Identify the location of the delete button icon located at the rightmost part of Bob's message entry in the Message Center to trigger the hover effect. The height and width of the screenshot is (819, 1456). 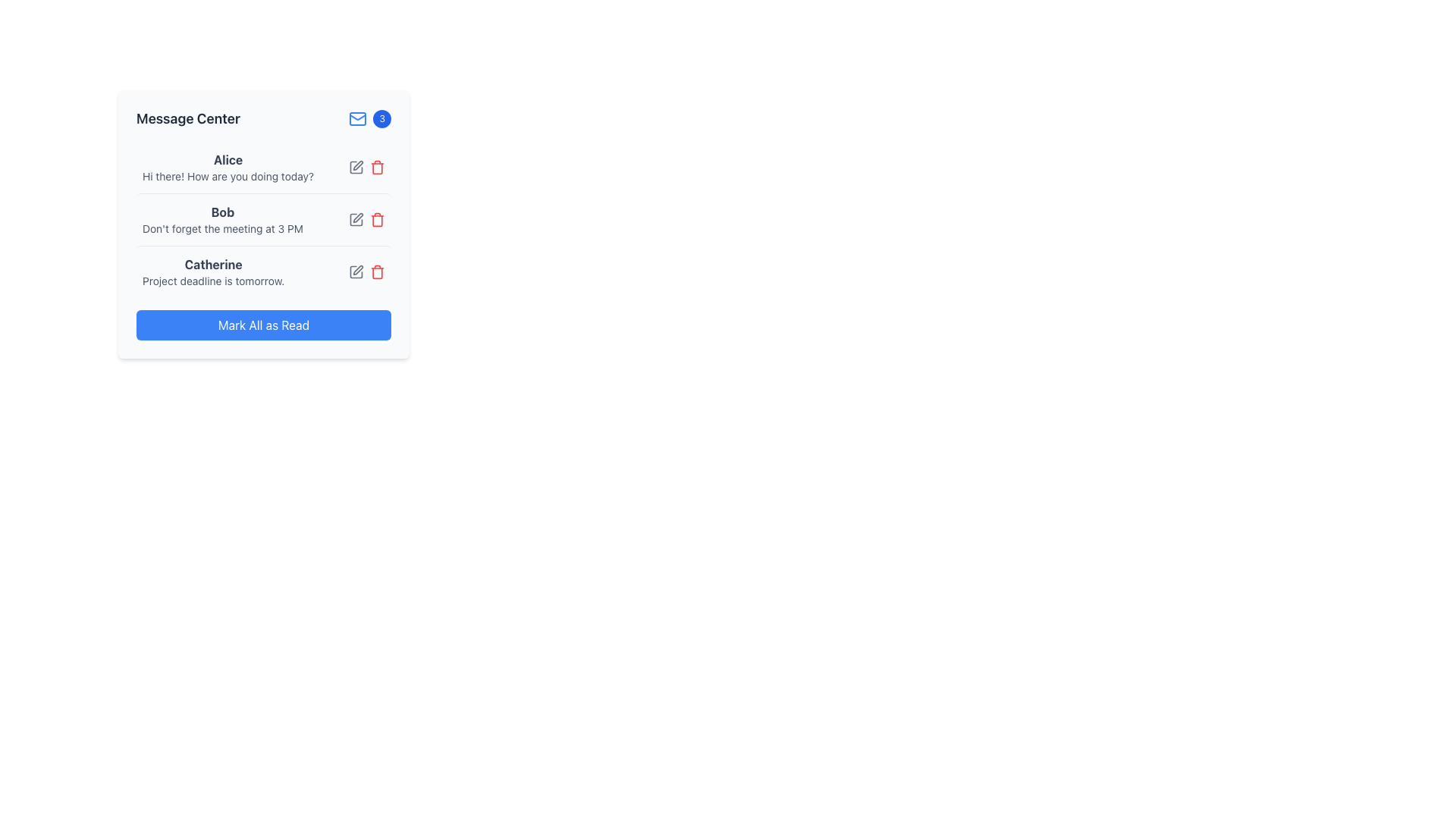
(378, 219).